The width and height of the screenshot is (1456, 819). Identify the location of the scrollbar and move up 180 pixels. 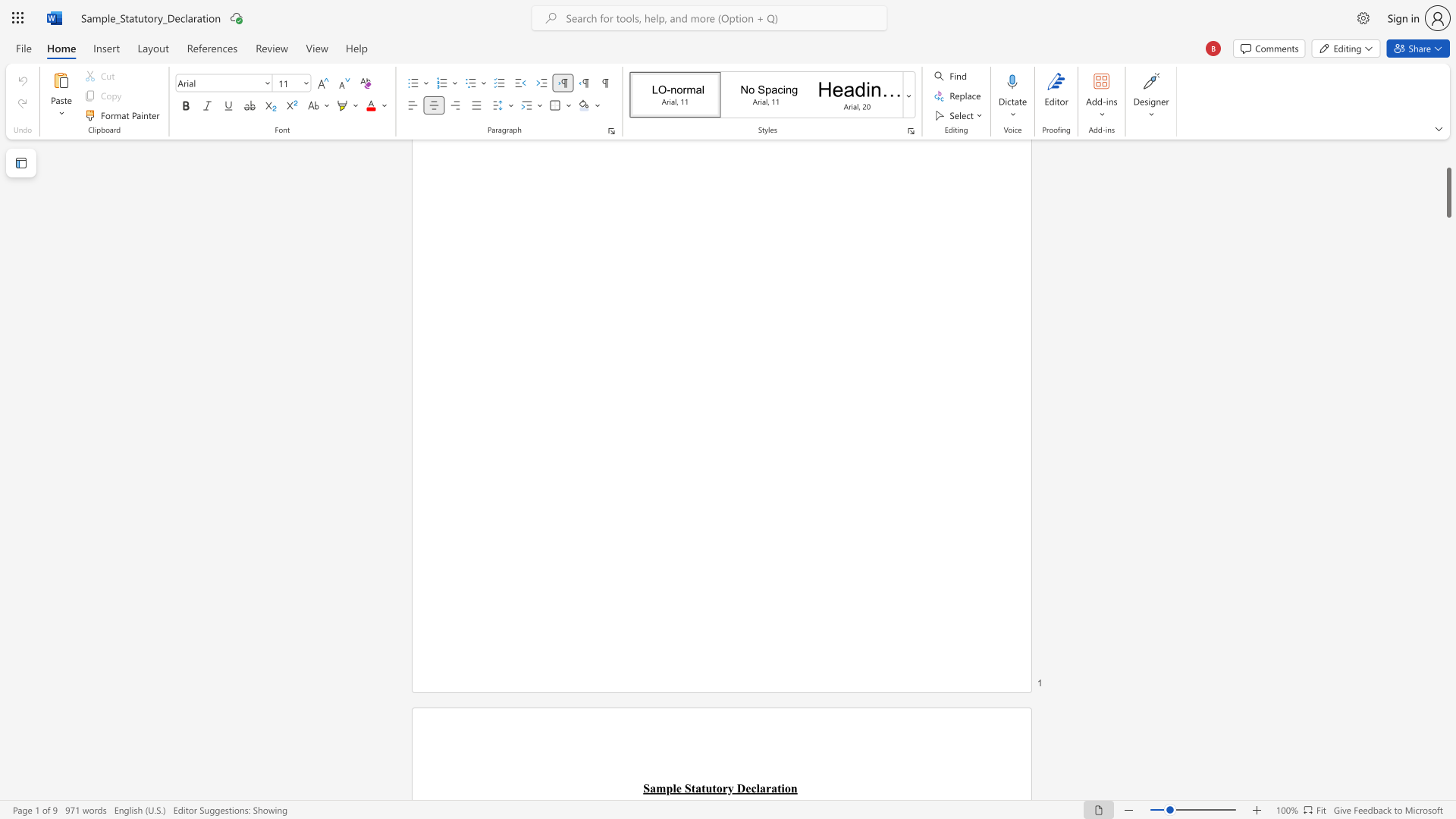
(1448, 192).